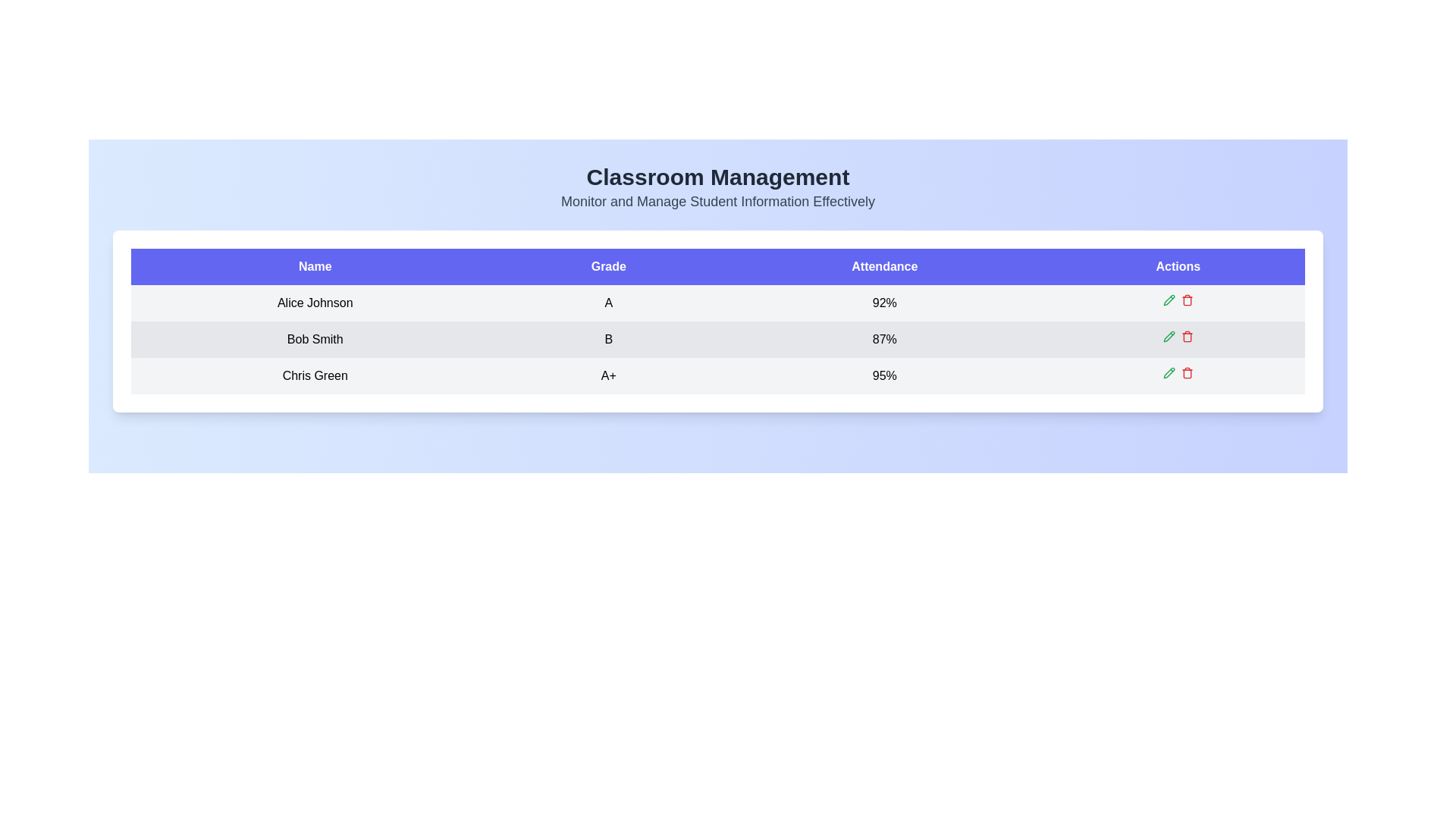  Describe the element at coordinates (1177, 265) in the screenshot. I see `the 'Actions' table header cell, which is the fourth column header in the table, displaying white text on a purple background` at that location.